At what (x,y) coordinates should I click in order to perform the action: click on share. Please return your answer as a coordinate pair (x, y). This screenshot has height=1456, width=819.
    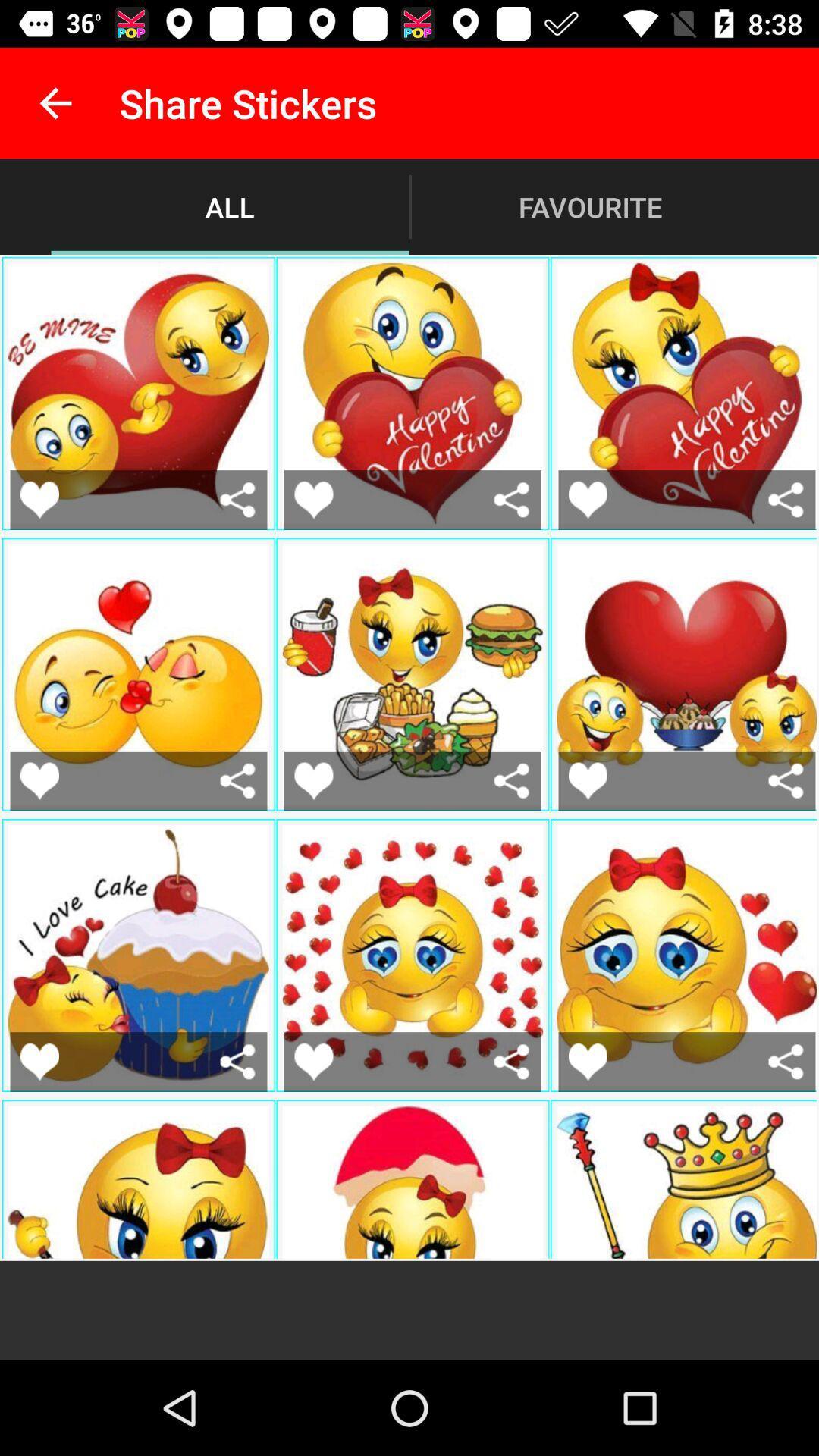
    Looking at the image, I should click on (512, 1061).